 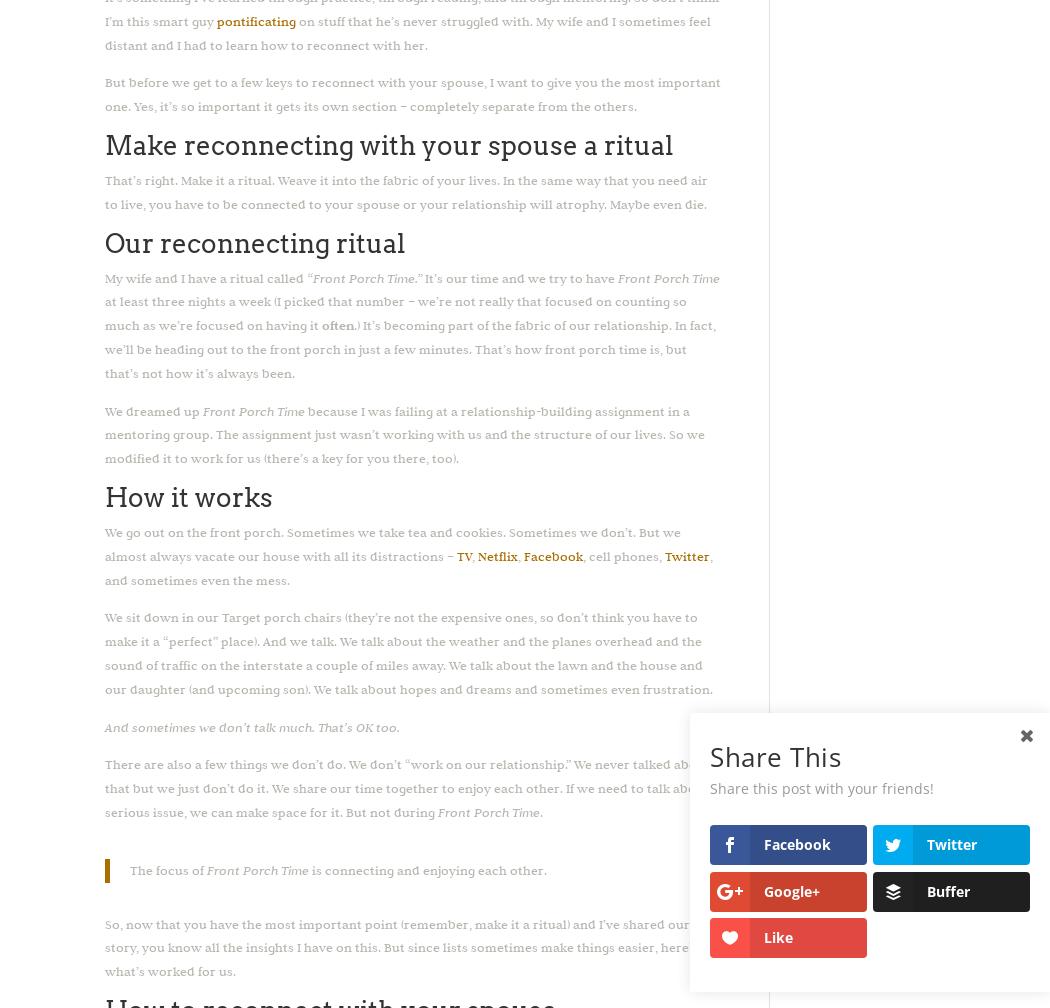 What do you see at coordinates (947, 890) in the screenshot?
I see `'Buffer'` at bounding box center [947, 890].